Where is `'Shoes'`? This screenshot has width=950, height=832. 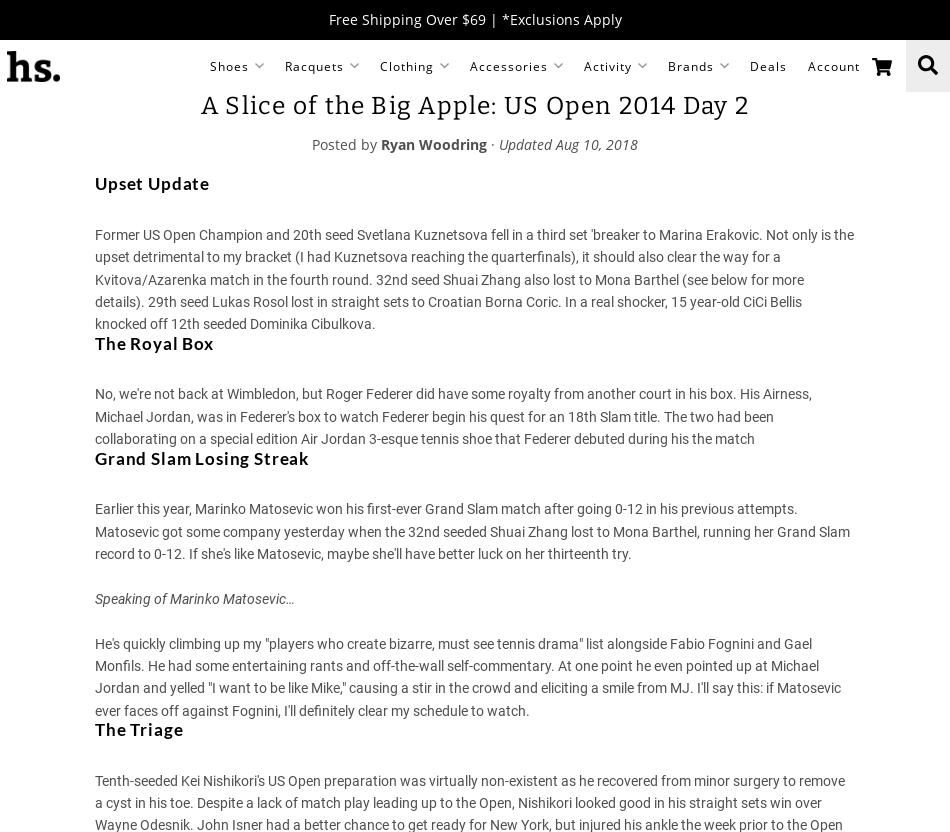 'Shoes' is located at coordinates (228, 64).